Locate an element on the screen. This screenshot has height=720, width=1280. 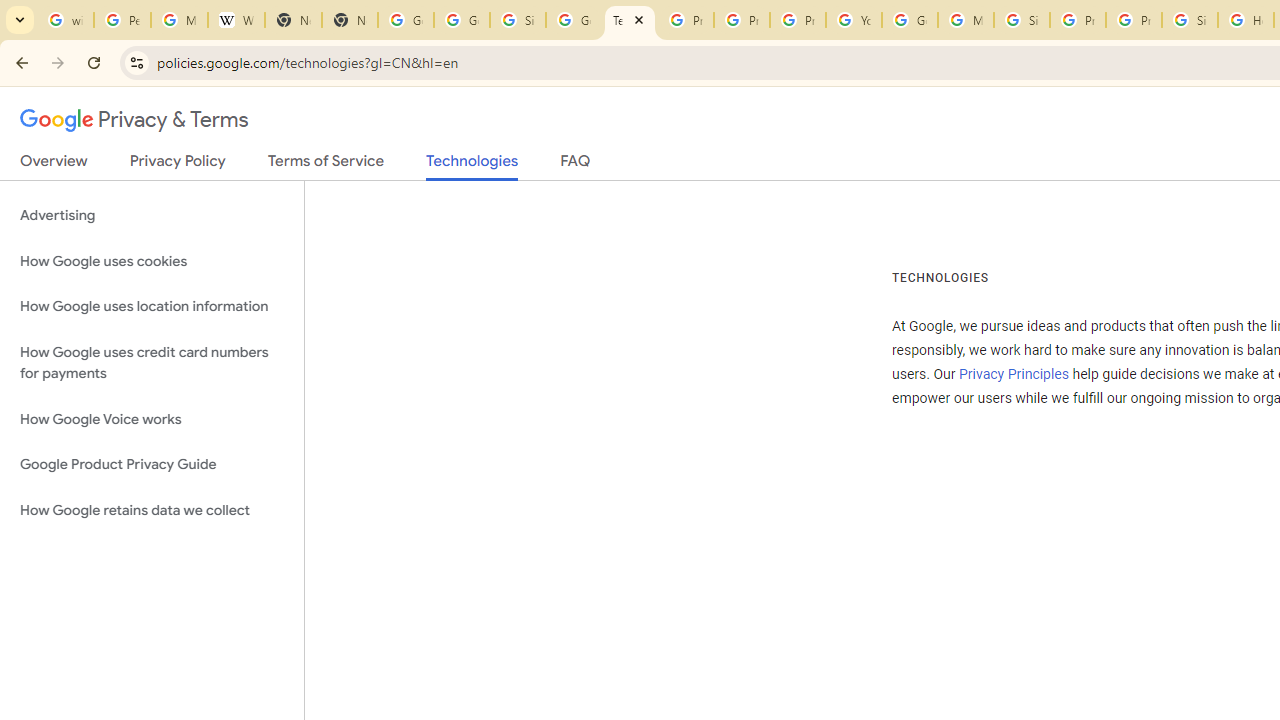
'How Google retains data we collect' is located at coordinates (151, 509).